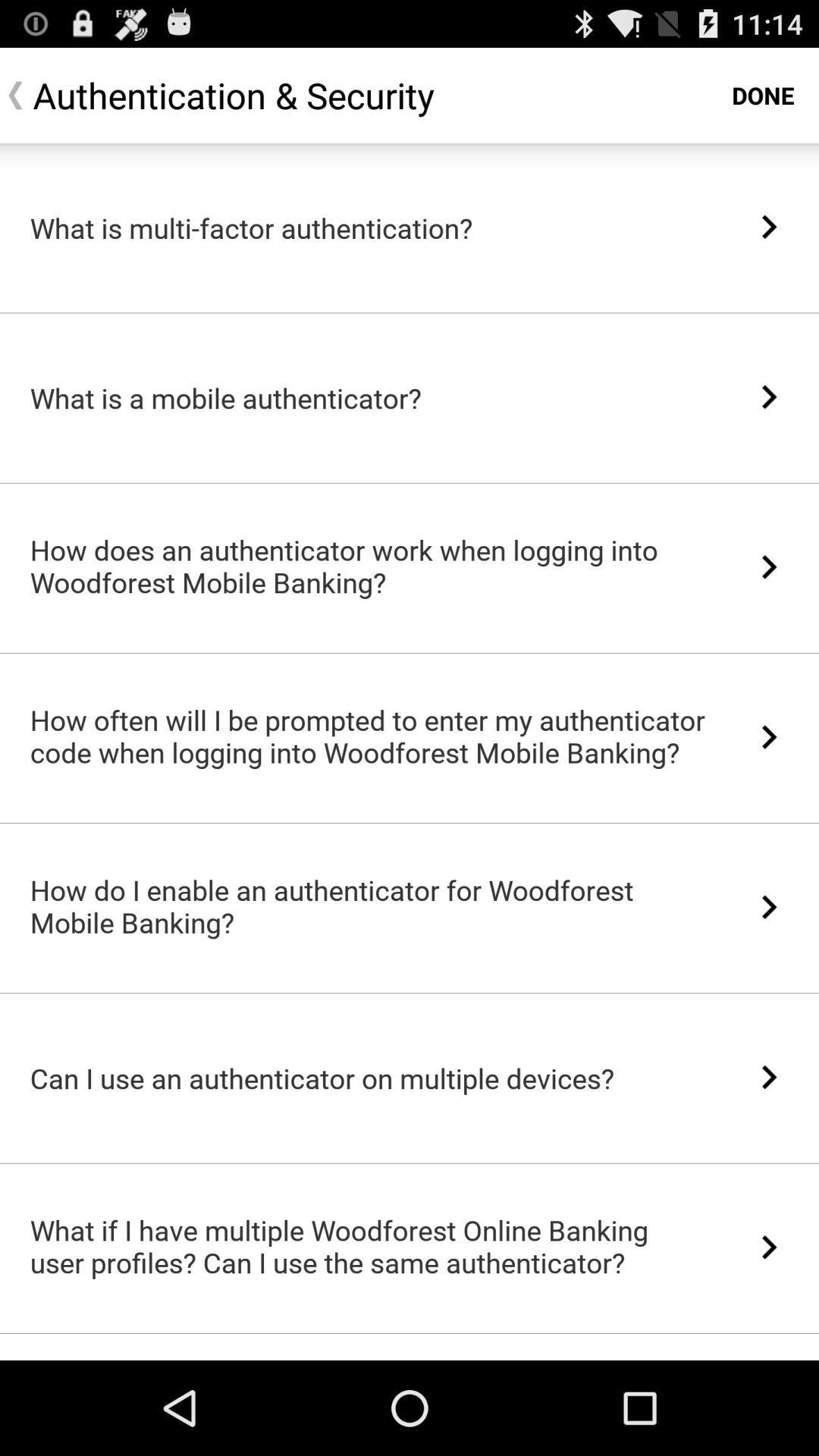 The height and width of the screenshot is (1456, 819). What do you see at coordinates (769, 737) in the screenshot?
I see `the item next to the how often will item` at bounding box center [769, 737].